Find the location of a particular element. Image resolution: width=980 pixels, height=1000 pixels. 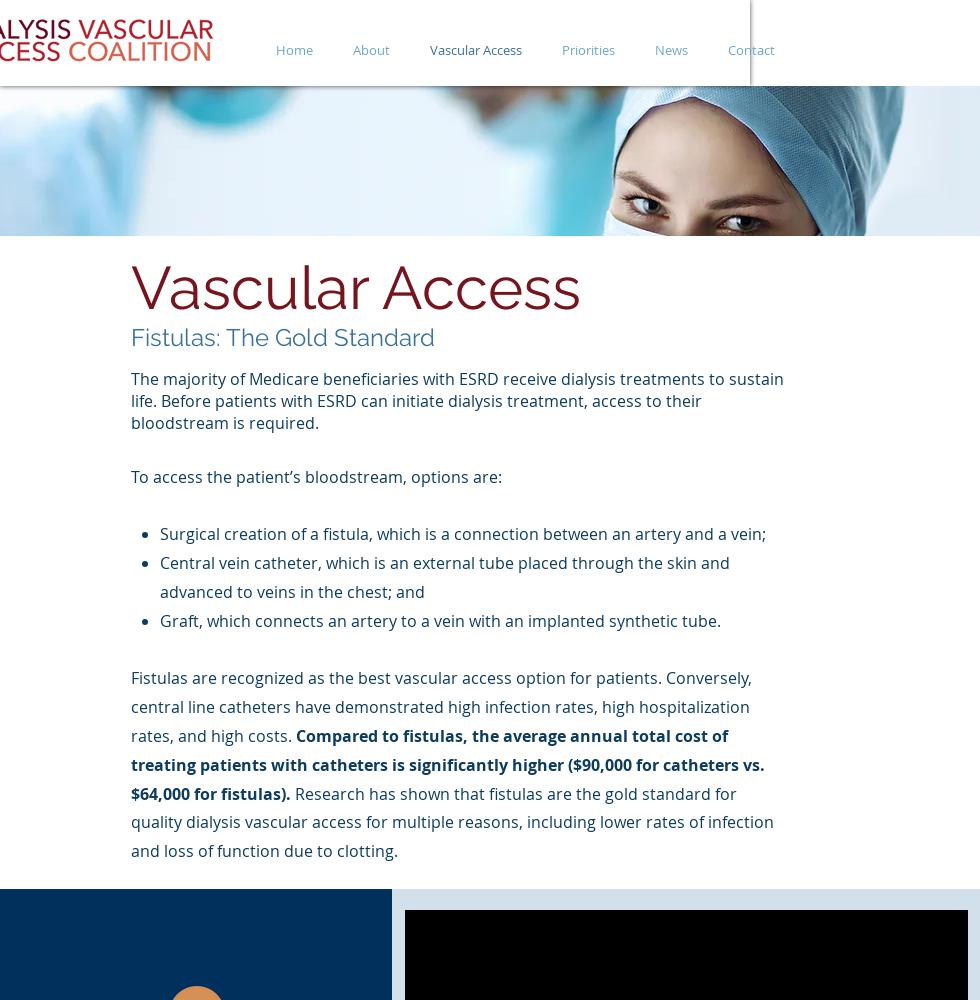

'The majority of Medicare beneficiaries with ESRD receive dialysis treatments to sustain life. Before patients with ESRD can initiate dialysis treatment, access to their bloodstream is required.' is located at coordinates (457, 401).